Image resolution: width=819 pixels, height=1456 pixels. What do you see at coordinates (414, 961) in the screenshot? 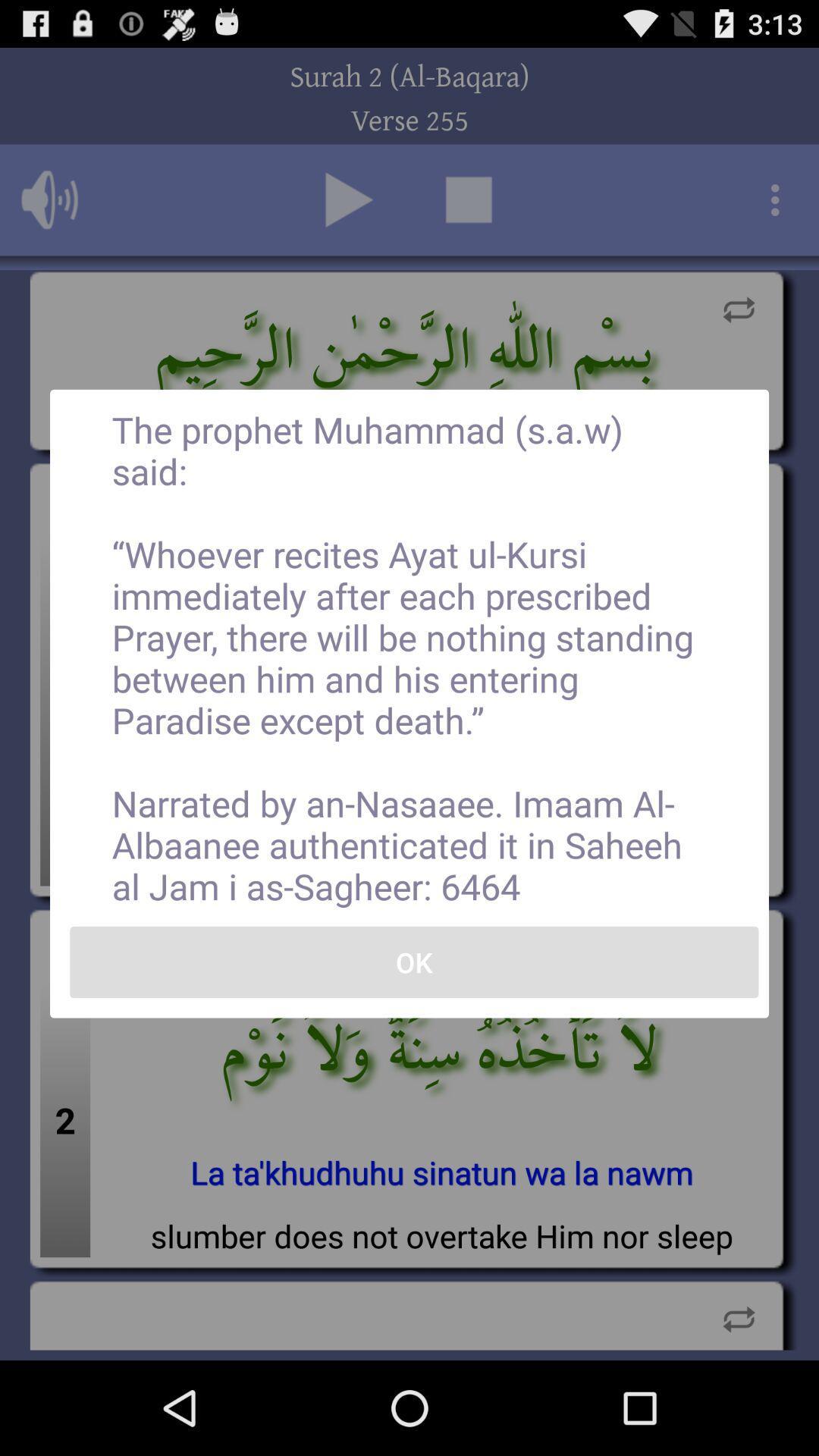
I see `ok item` at bounding box center [414, 961].